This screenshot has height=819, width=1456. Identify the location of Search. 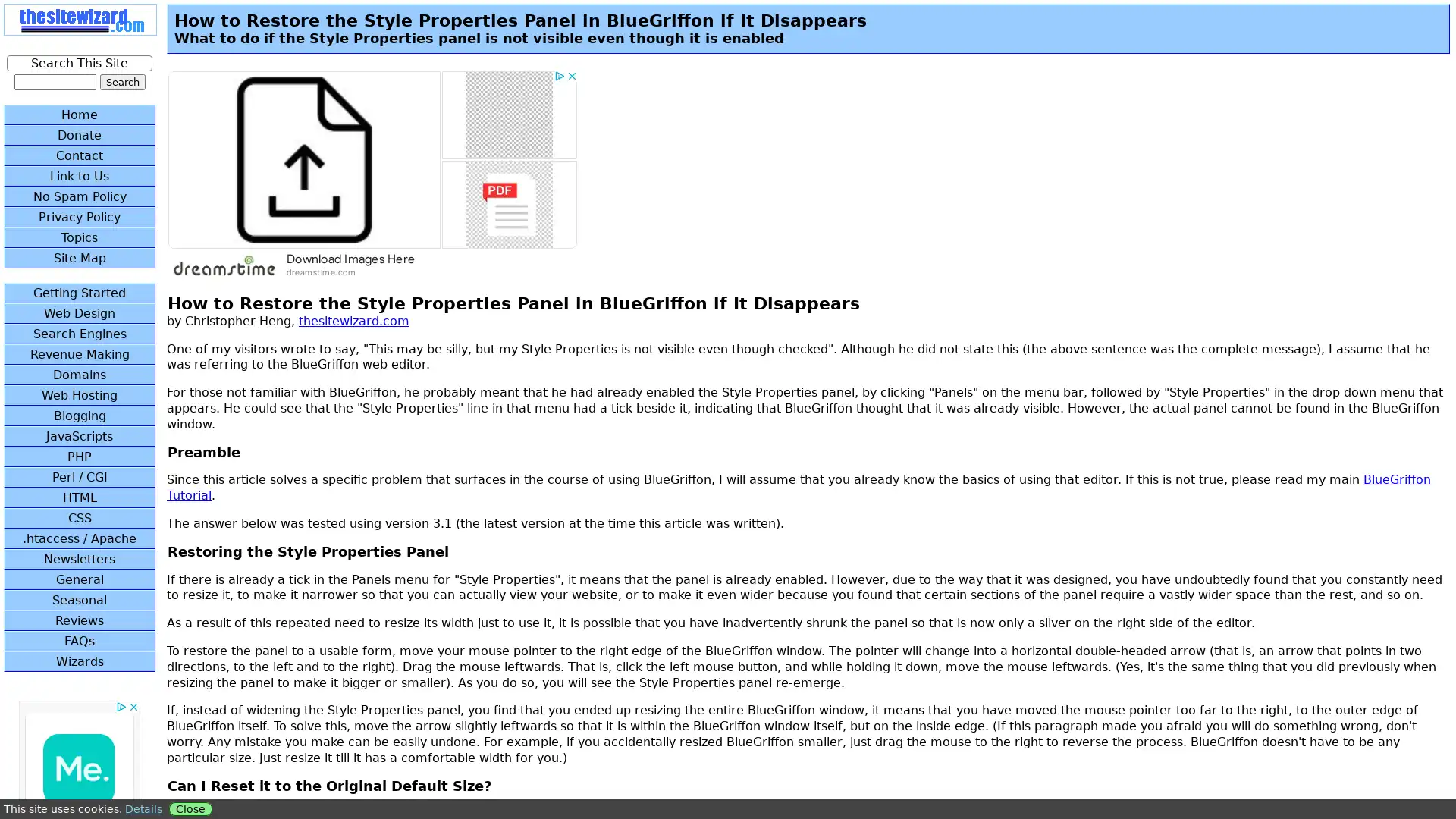
(122, 82).